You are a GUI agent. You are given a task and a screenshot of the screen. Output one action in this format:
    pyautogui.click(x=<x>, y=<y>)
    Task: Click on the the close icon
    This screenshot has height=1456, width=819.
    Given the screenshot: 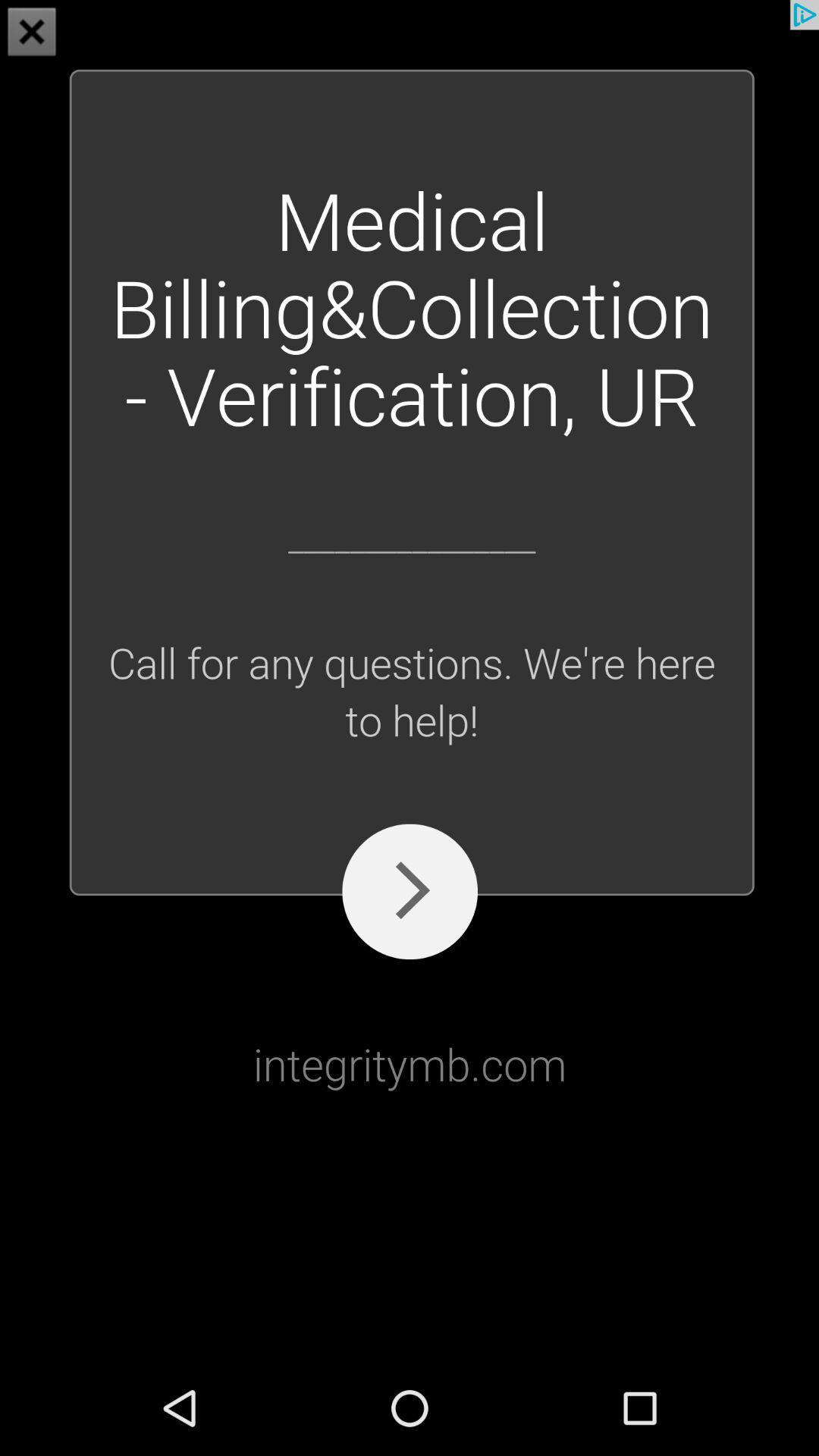 What is the action you would take?
    pyautogui.click(x=32, y=33)
    